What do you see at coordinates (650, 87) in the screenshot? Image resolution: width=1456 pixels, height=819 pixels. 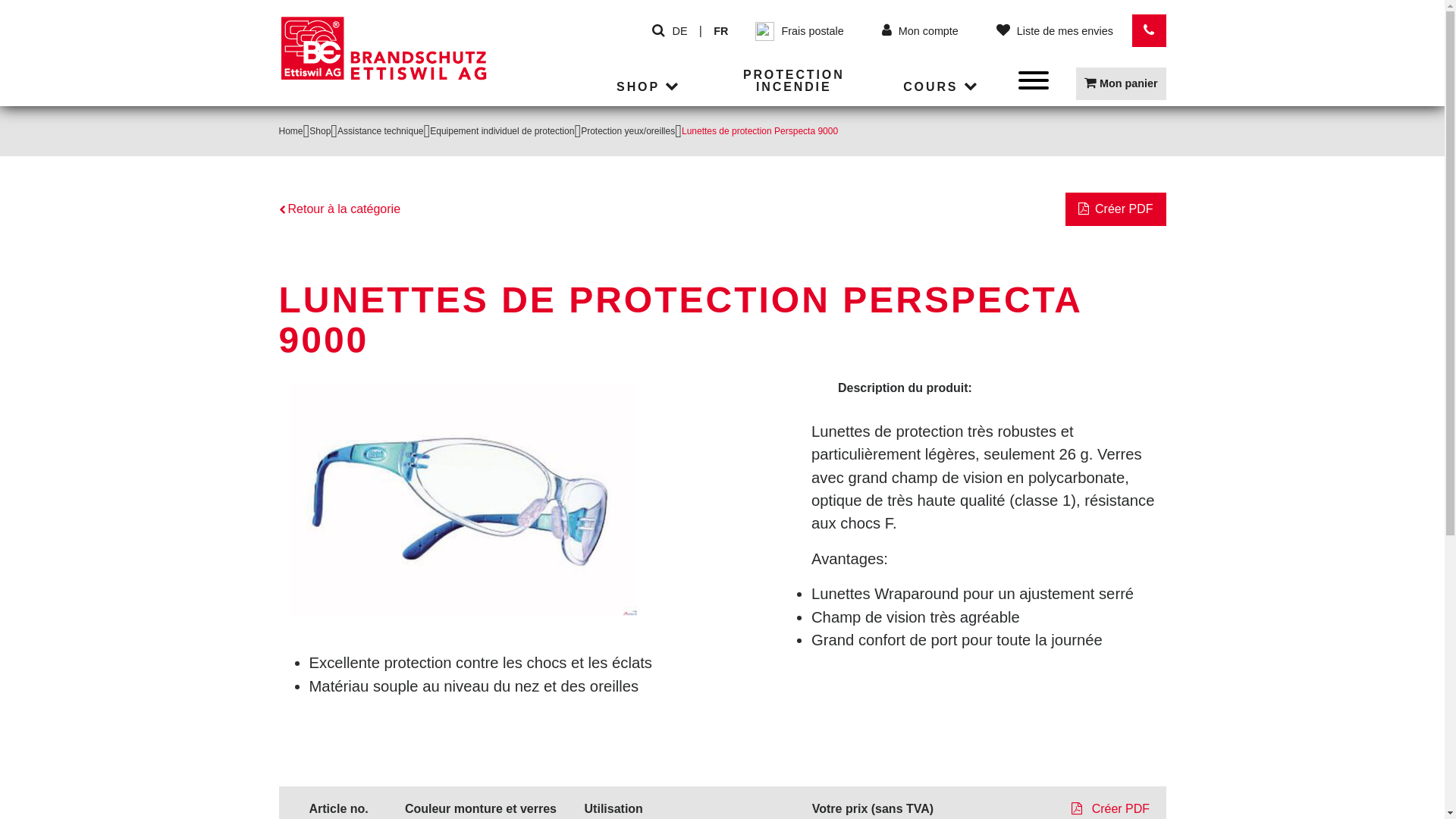 I see `'SHOP'` at bounding box center [650, 87].